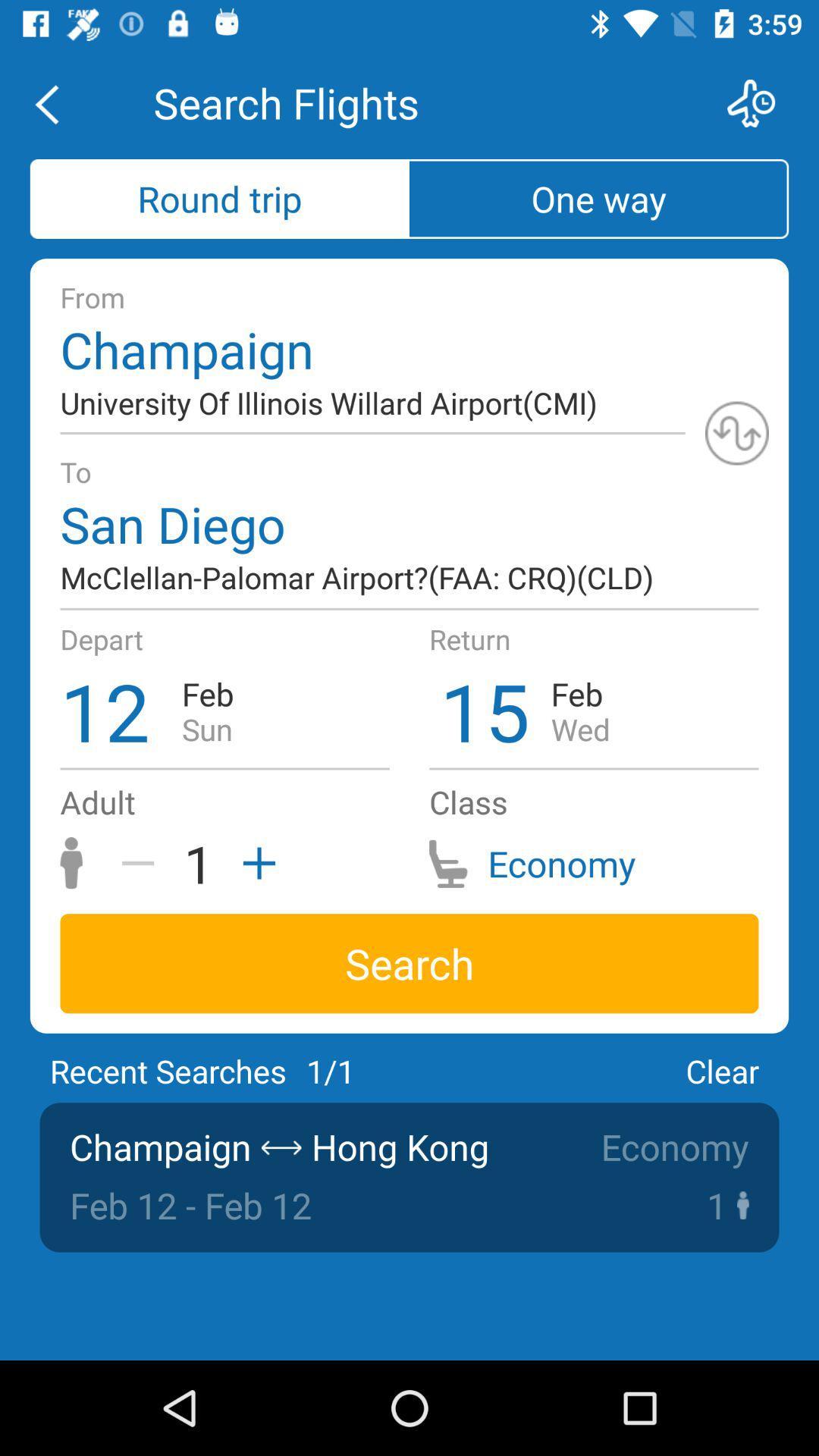 The width and height of the screenshot is (819, 1456). Describe the element at coordinates (253, 863) in the screenshot. I see `item next to the 1 icon` at that location.